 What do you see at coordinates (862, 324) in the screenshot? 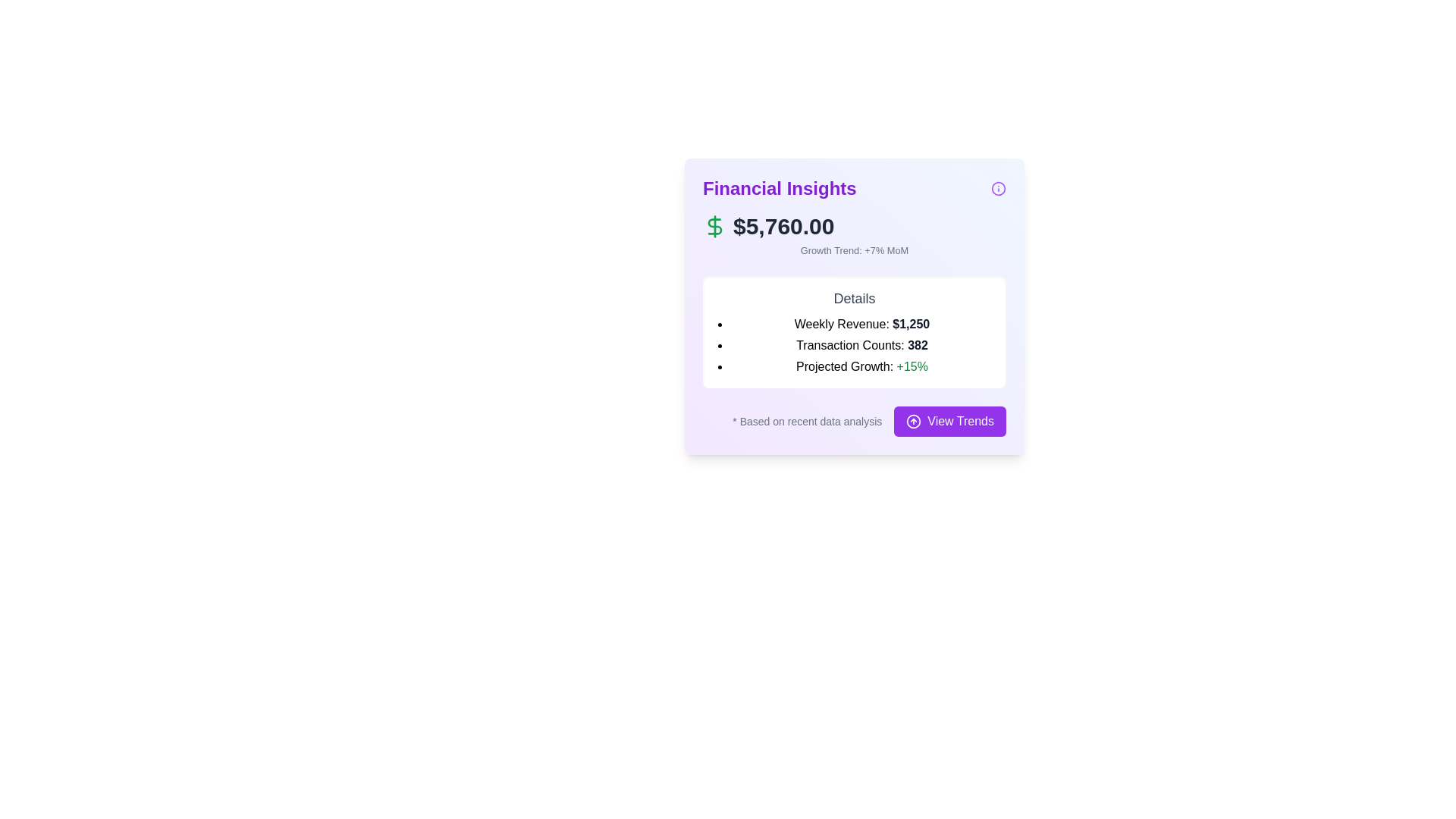
I see `the first bullet point in the 'Details' section of the 'Financial Insights' card` at bounding box center [862, 324].